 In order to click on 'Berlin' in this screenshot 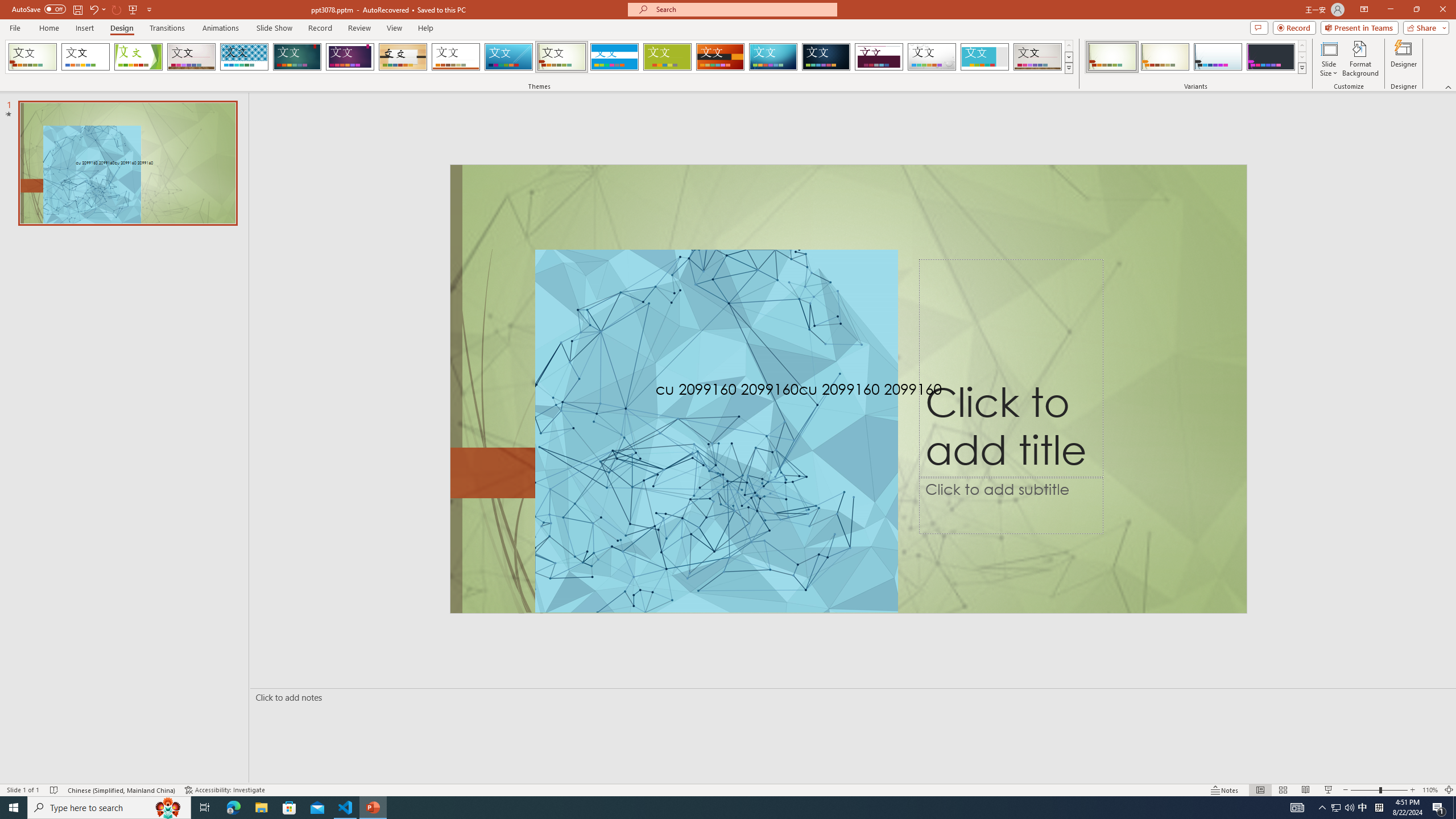, I will do `click(721, 56)`.